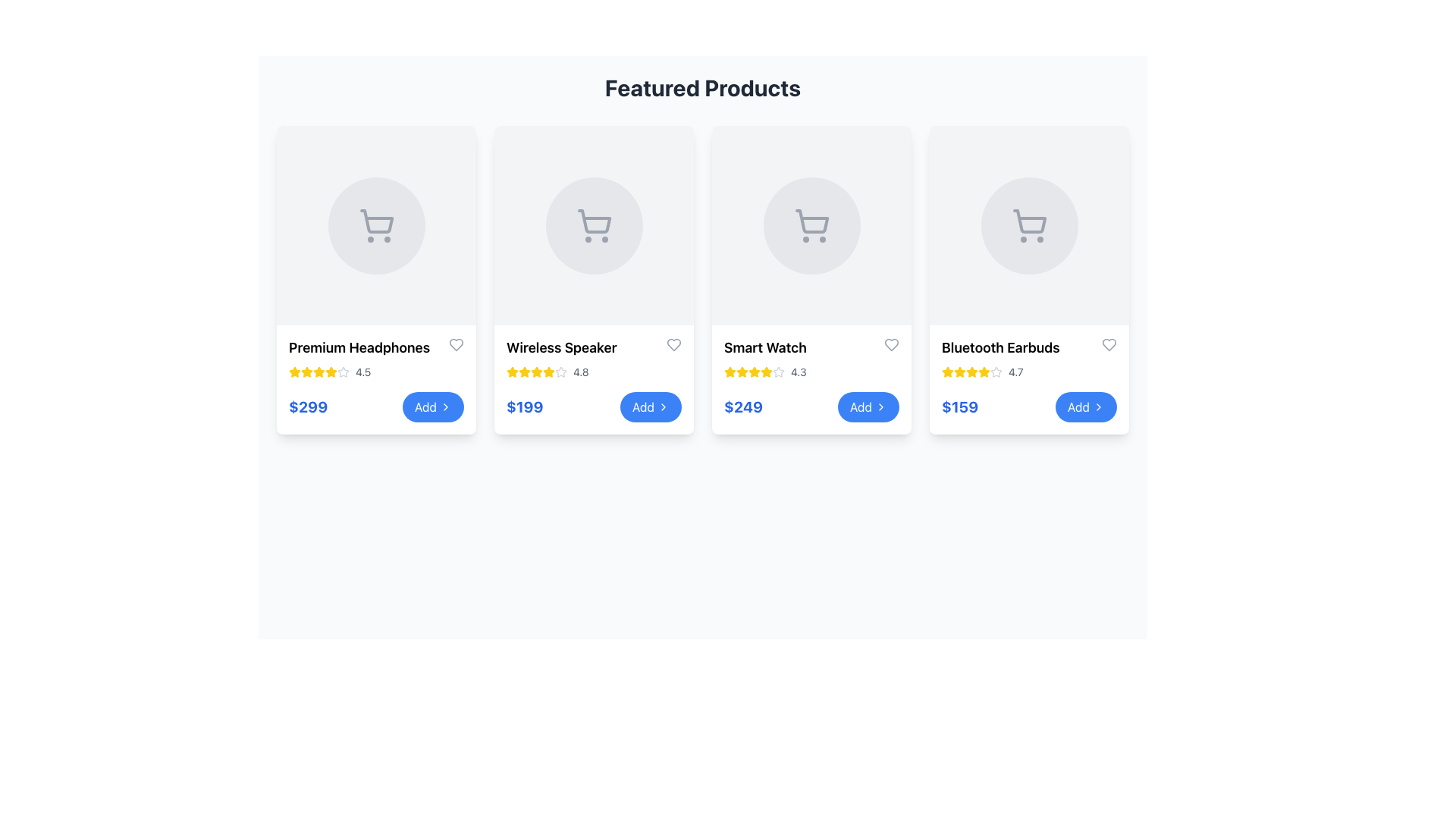 Image resolution: width=1456 pixels, height=819 pixels. I want to click on the second star icon representing the rating of the Wireless Speaker in the Featured Products section, so click(524, 372).